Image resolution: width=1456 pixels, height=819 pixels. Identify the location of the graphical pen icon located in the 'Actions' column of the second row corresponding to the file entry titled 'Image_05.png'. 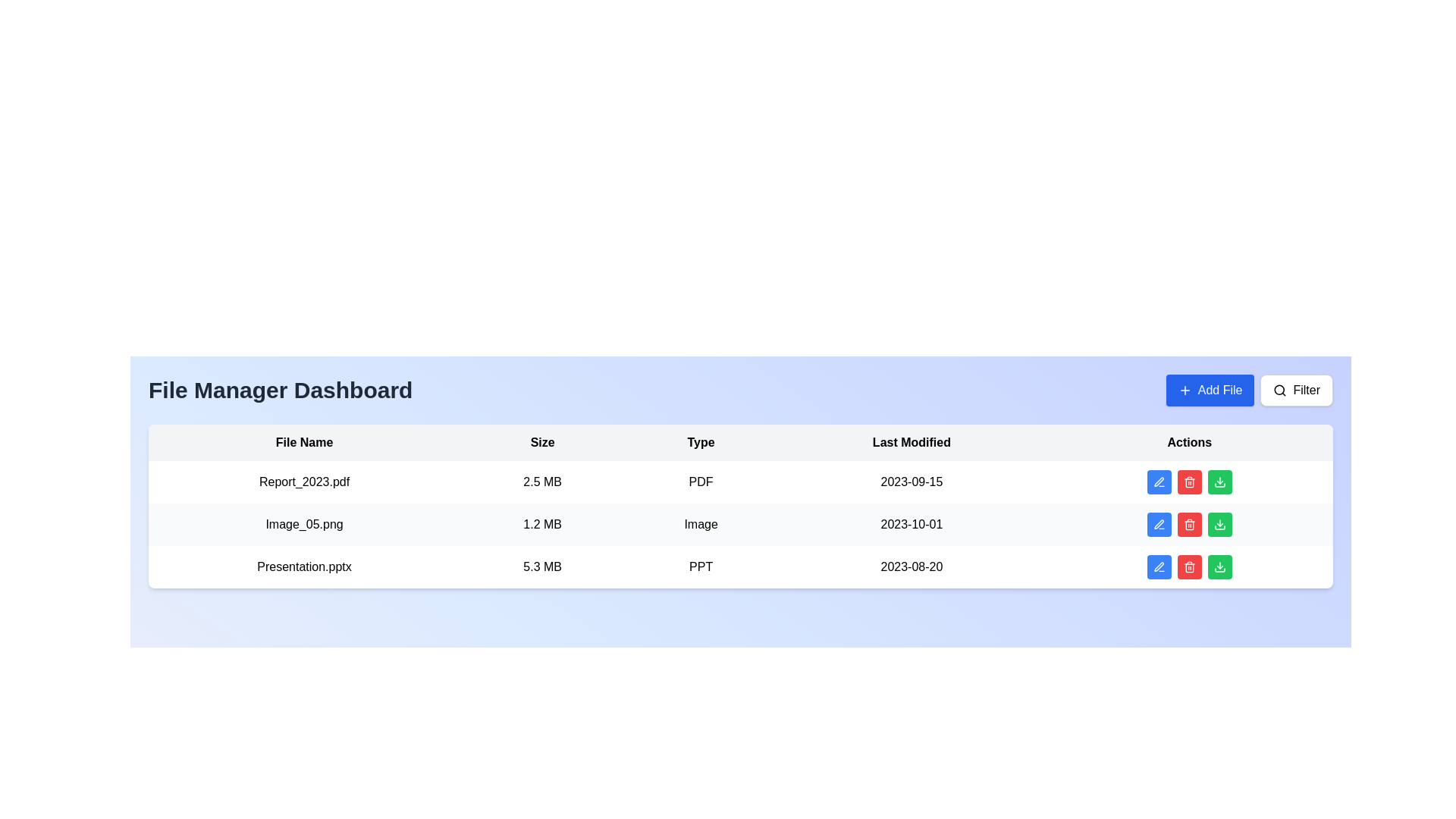
(1158, 482).